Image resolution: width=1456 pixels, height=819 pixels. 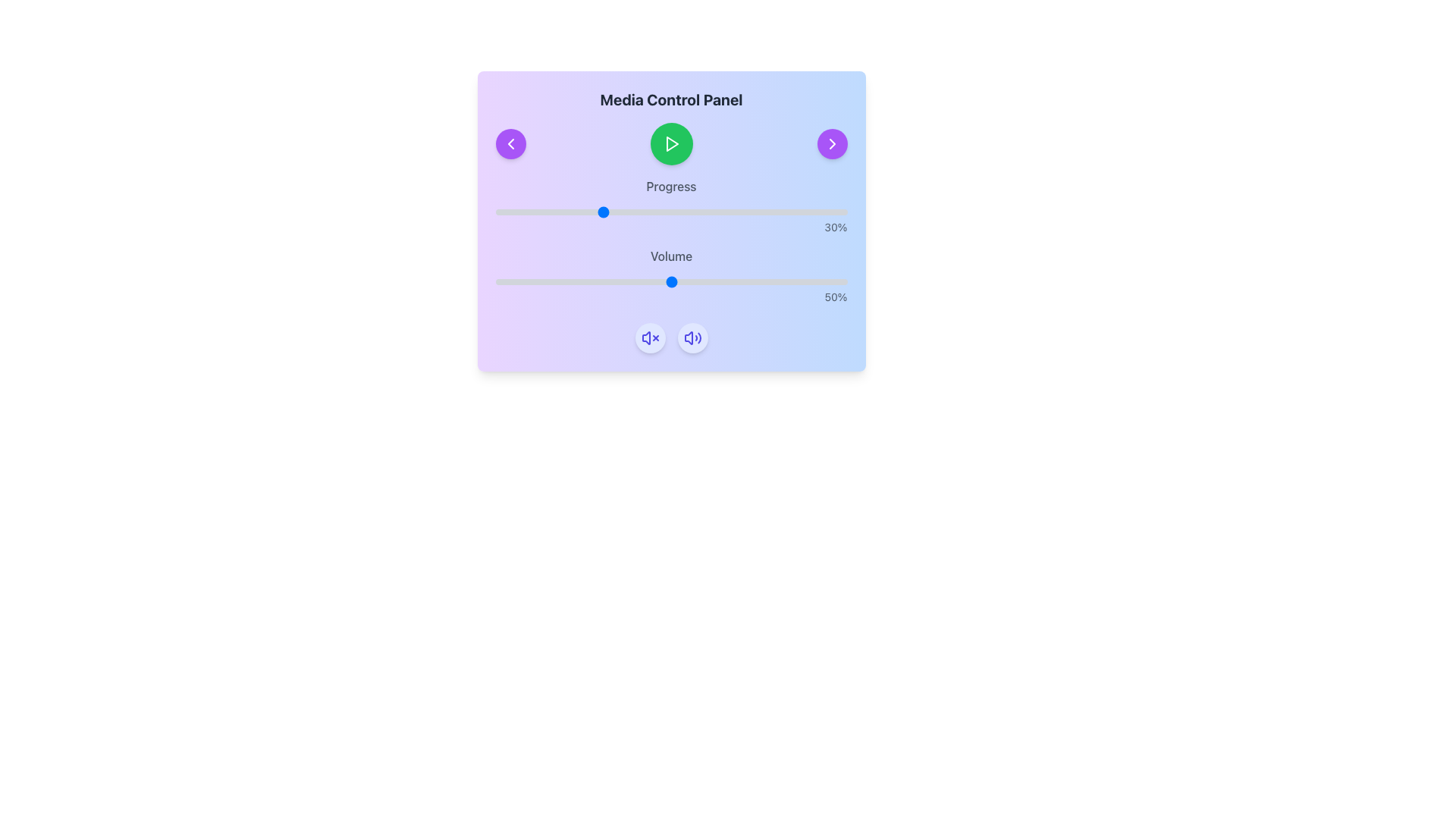 What do you see at coordinates (671, 143) in the screenshot?
I see `the triangular play icon located in the center of a green circular button` at bounding box center [671, 143].